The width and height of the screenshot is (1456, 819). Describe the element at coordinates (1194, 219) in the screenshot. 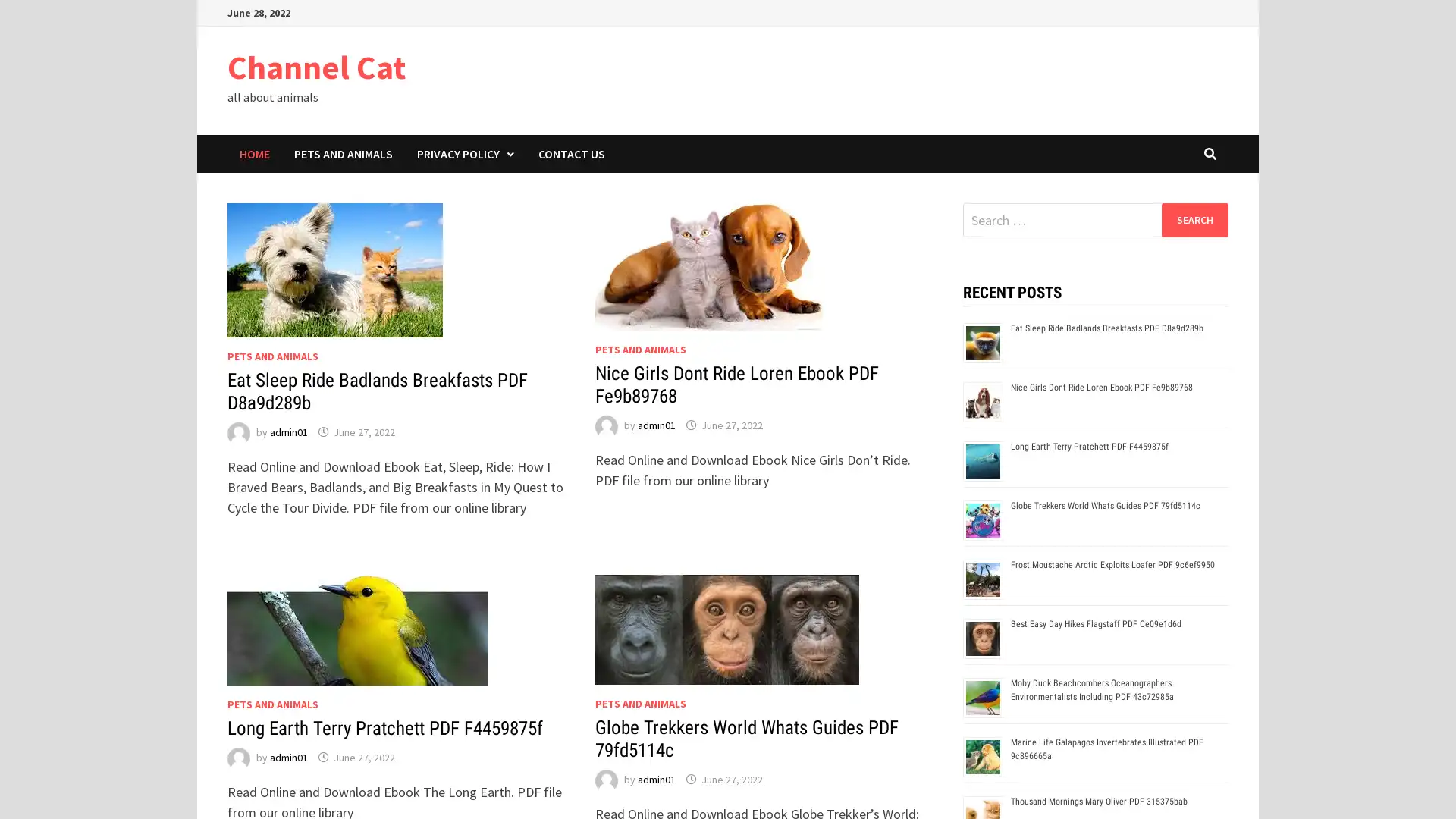

I see `Search` at that location.